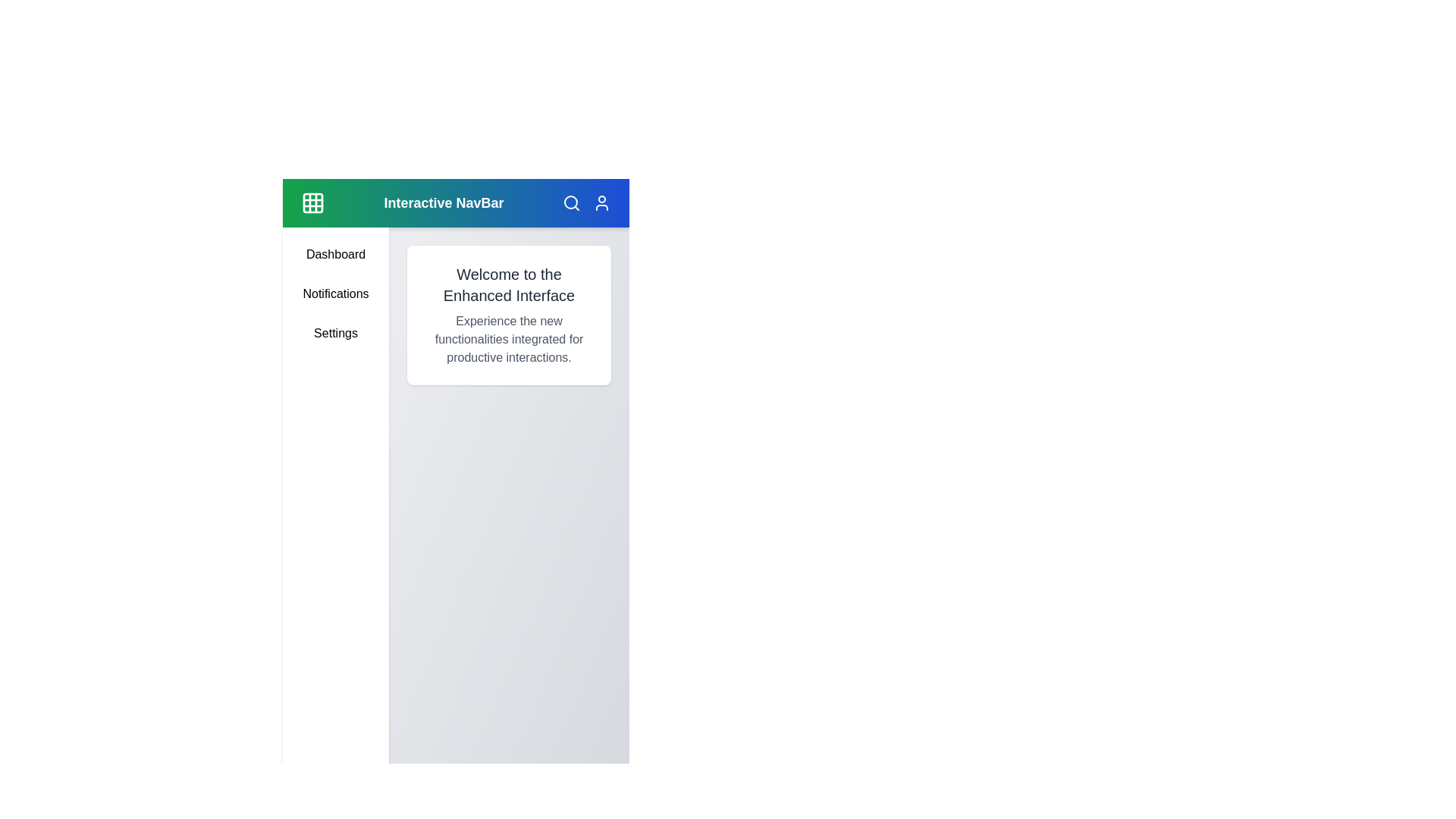 The width and height of the screenshot is (1456, 819). What do you see at coordinates (312, 202) in the screenshot?
I see `the grid icon to toggle the sidebar visibility` at bounding box center [312, 202].